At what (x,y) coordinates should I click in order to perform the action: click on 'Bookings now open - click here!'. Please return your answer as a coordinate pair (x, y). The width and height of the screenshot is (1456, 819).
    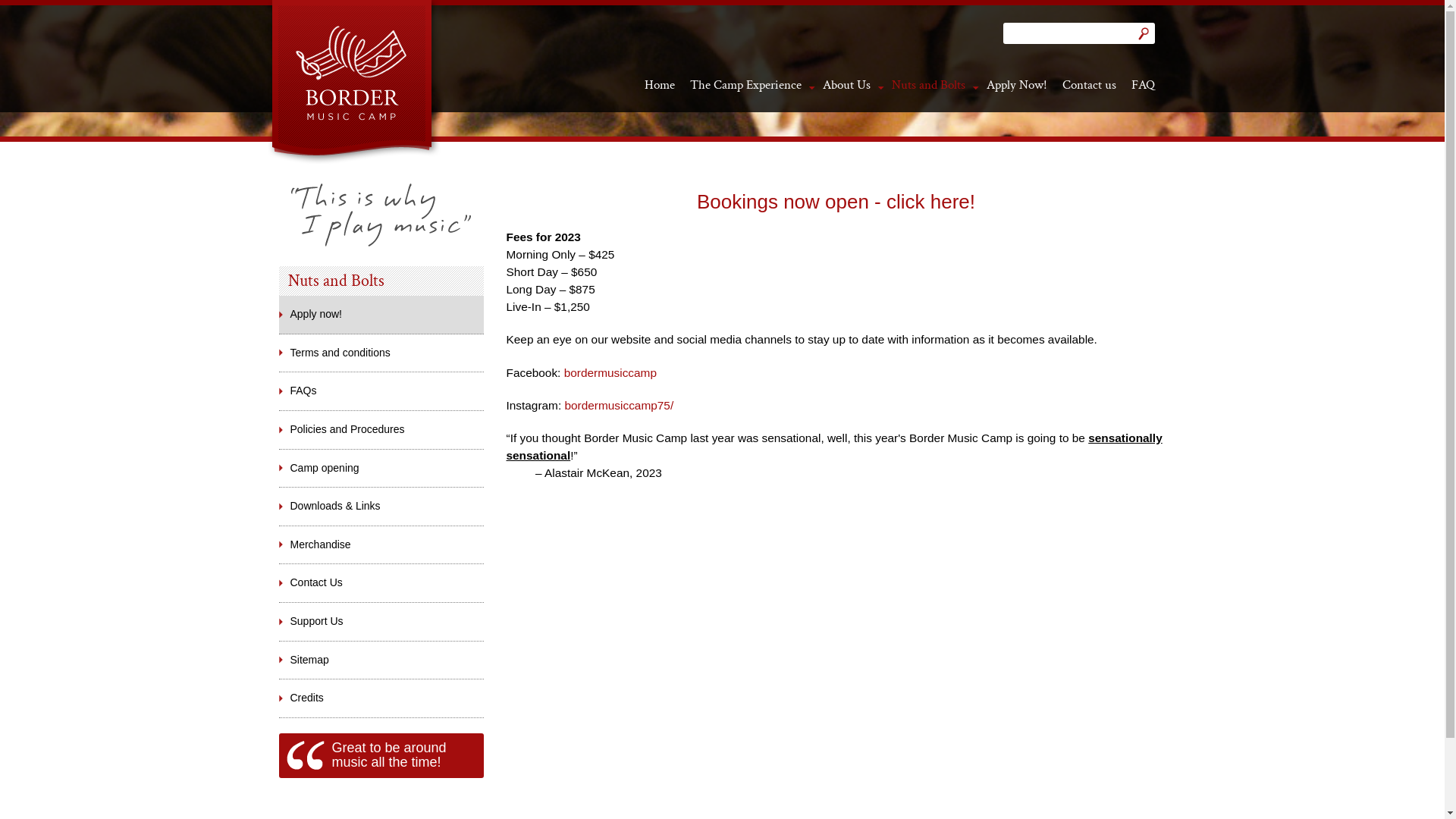
    Looking at the image, I should click on (835, 201).